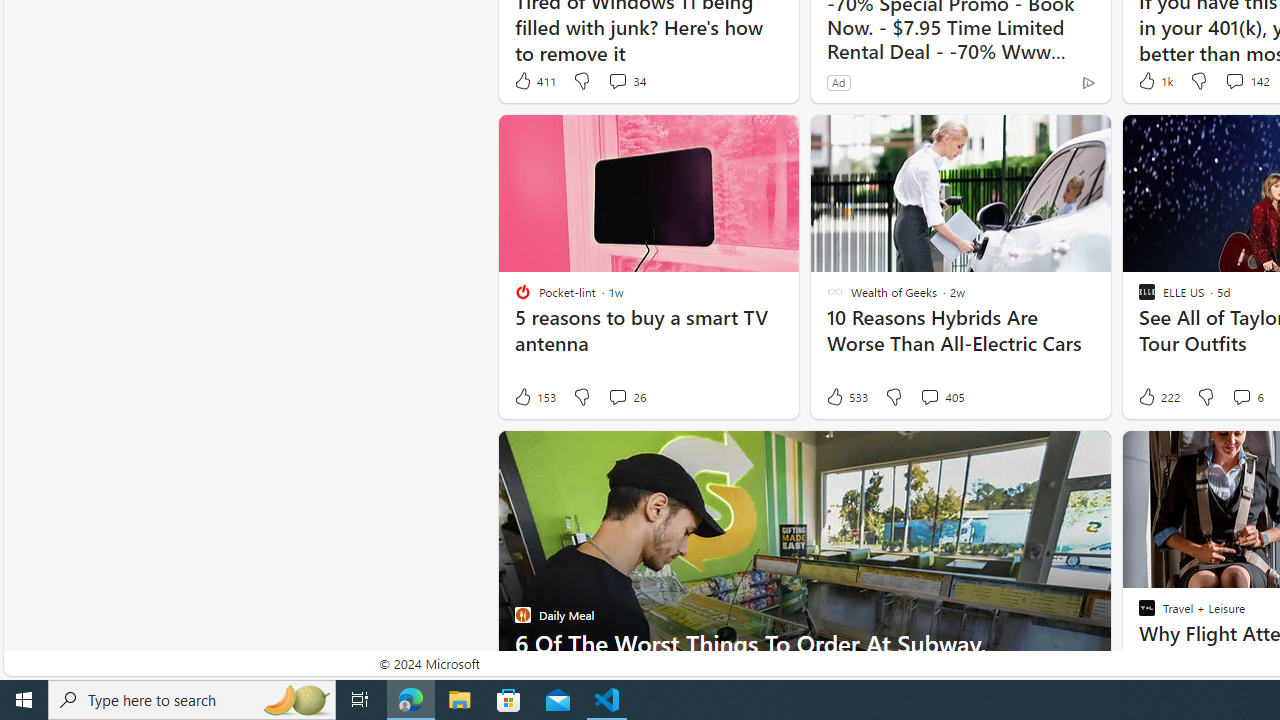  I want to click on 'View comments 34 Comment', so click(616, 80).